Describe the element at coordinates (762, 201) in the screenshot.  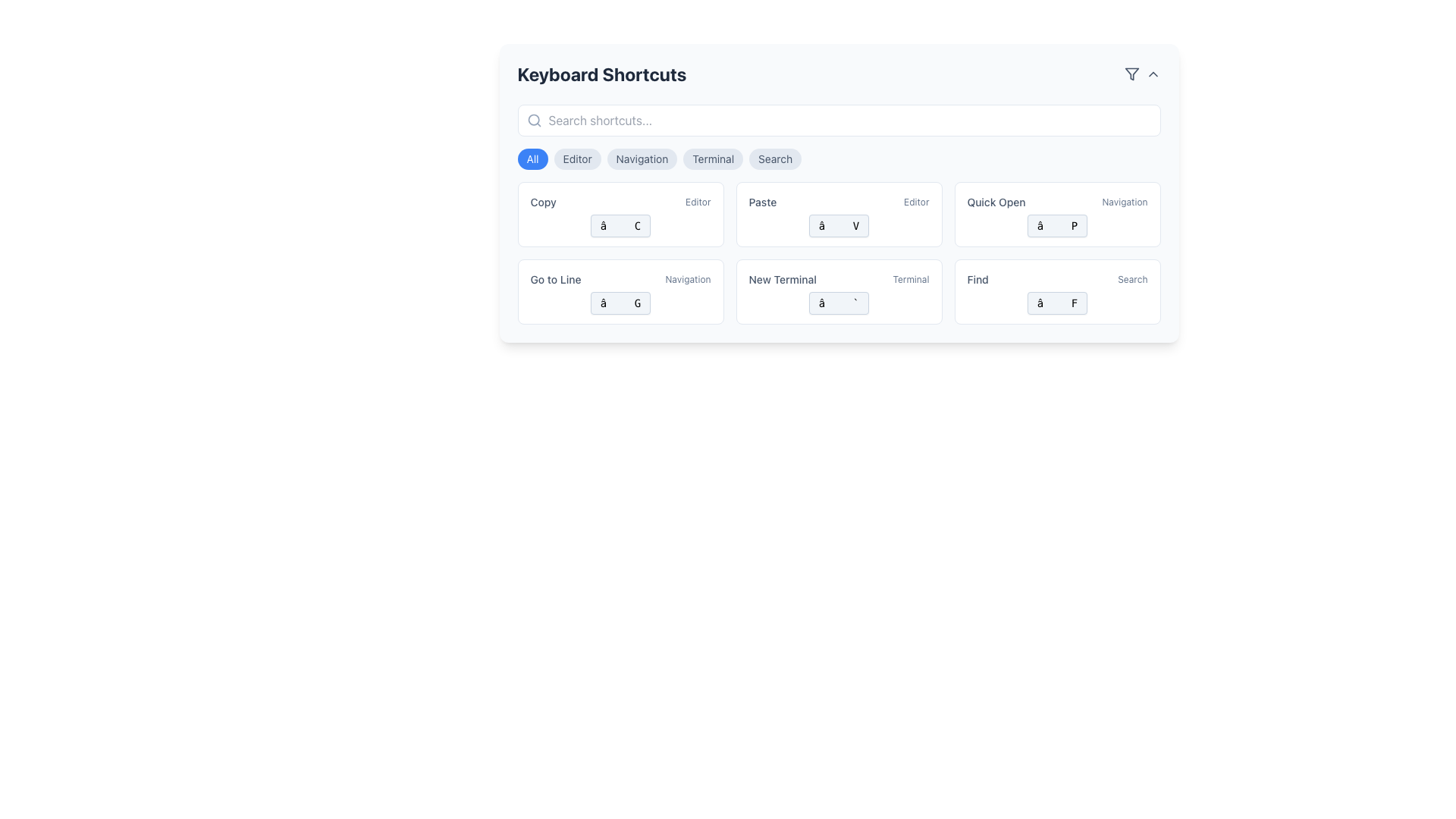
I see `the 'Paste' text label, which is a small slate-gray label in the 'Keyboard Shortcuts' interface, positioned to the left of the 'Editor' label` at that location.